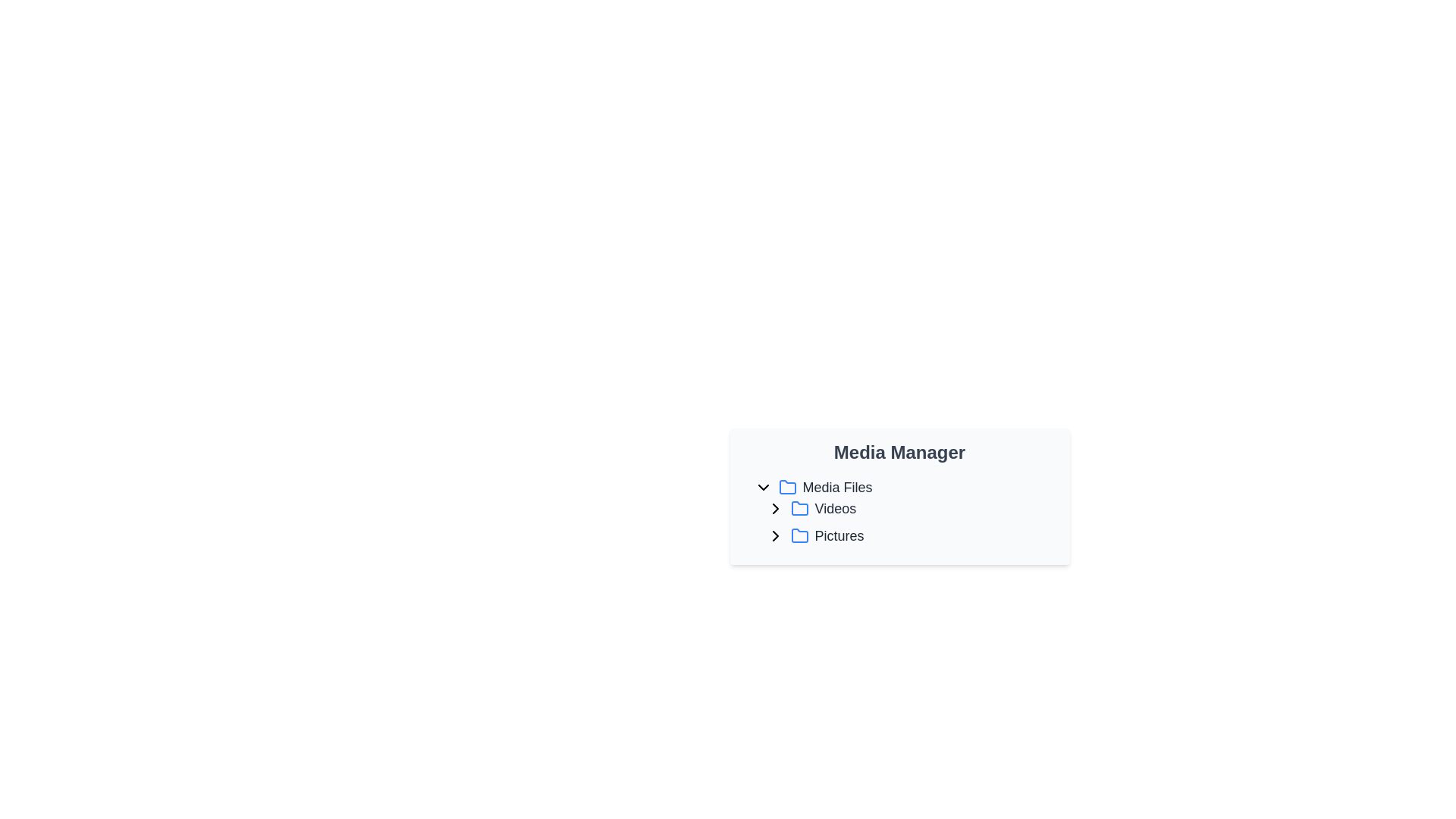 This screenshot has width=1456, height=819. I want to click on the folder icon rendered in bold blue, which is part of the 'Media Files' row under 'Media Manager', so click(787, 488).